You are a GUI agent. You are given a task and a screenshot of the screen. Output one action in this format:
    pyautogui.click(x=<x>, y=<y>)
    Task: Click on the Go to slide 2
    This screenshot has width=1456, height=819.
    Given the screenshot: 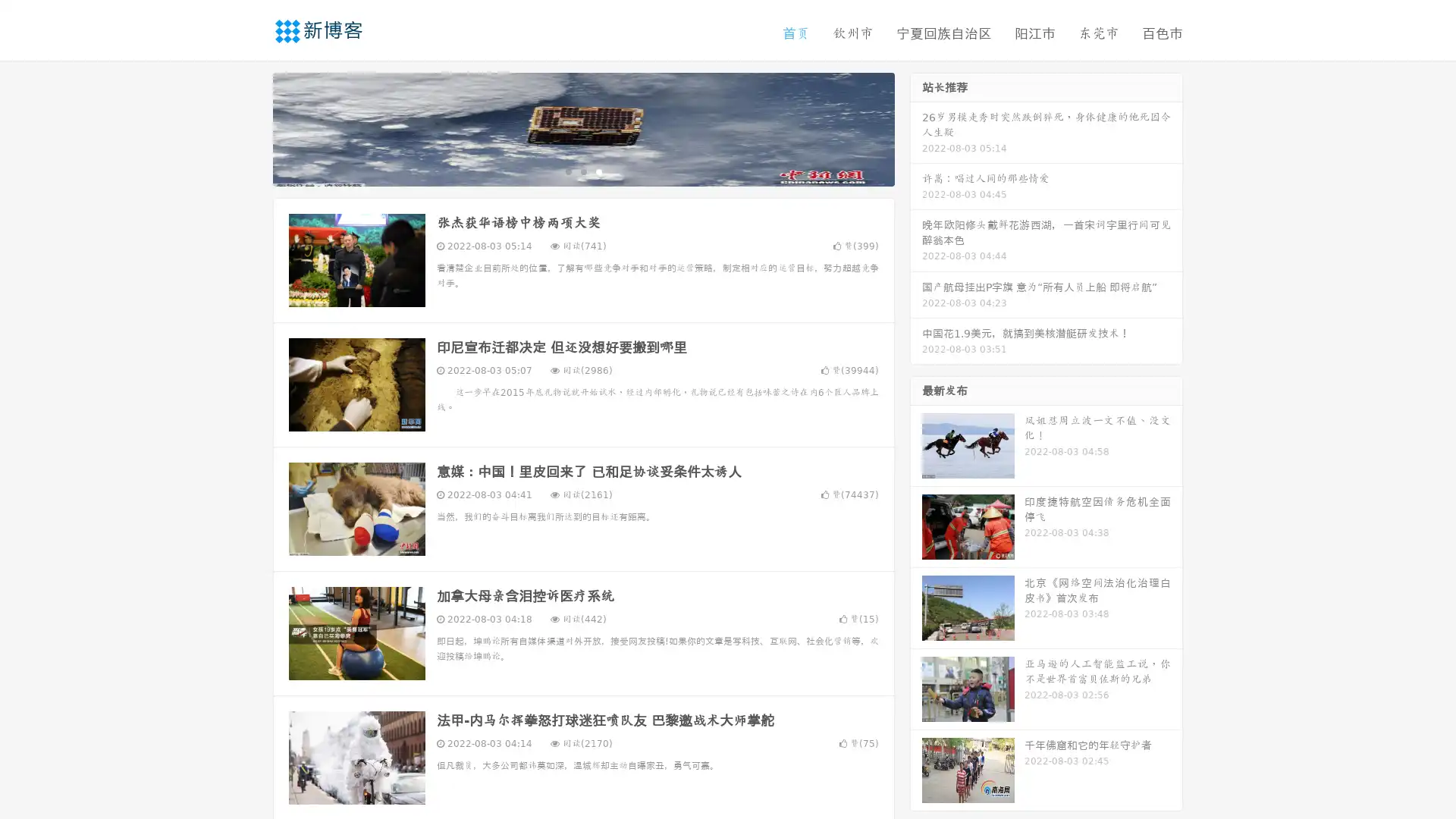 What is the action you would take?
    pyautogui.click(x=582, y=171)
    